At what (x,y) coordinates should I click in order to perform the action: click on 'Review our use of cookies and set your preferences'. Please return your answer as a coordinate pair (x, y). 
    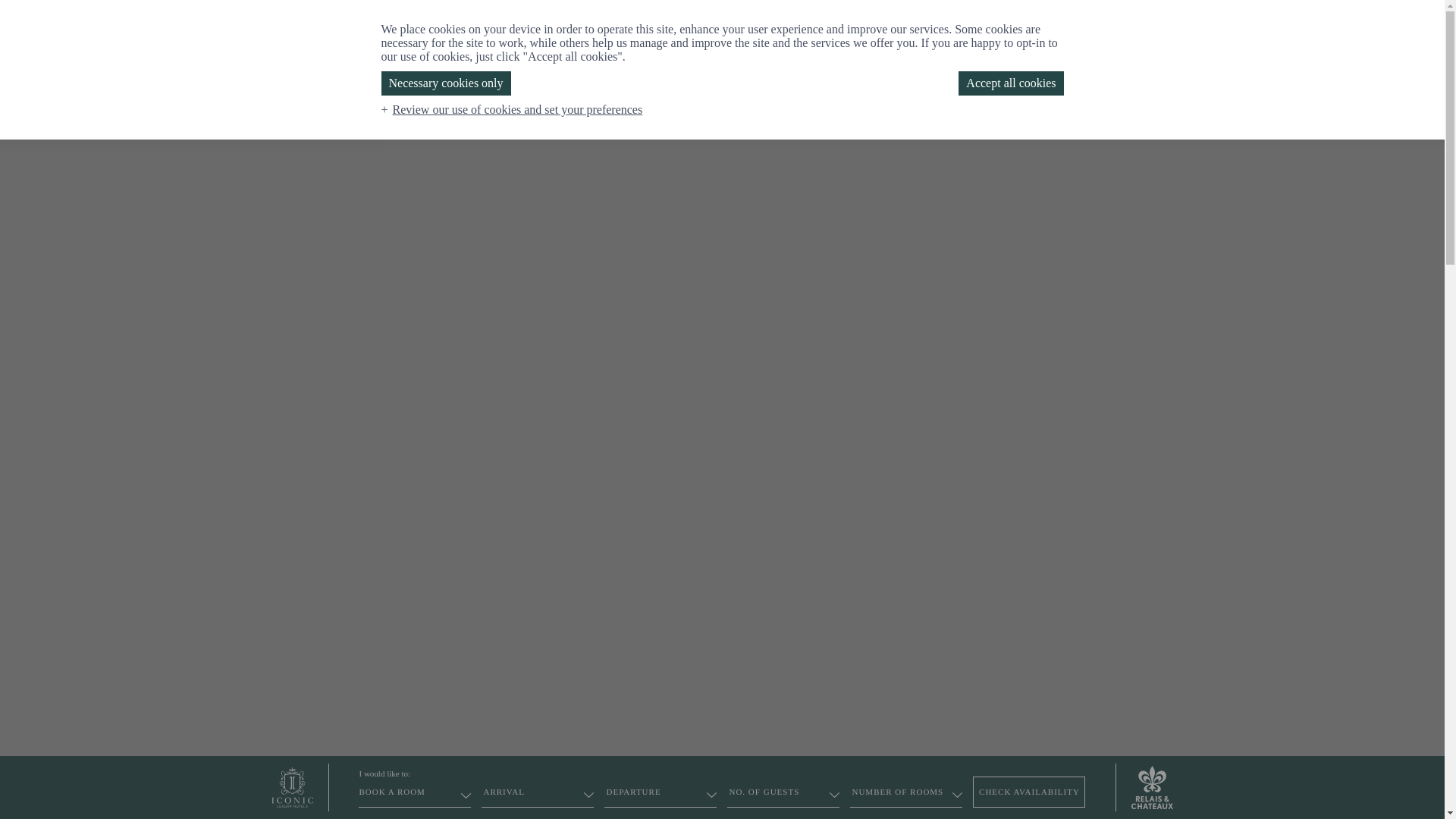
    Looking at the image, I should click on (513, 108).